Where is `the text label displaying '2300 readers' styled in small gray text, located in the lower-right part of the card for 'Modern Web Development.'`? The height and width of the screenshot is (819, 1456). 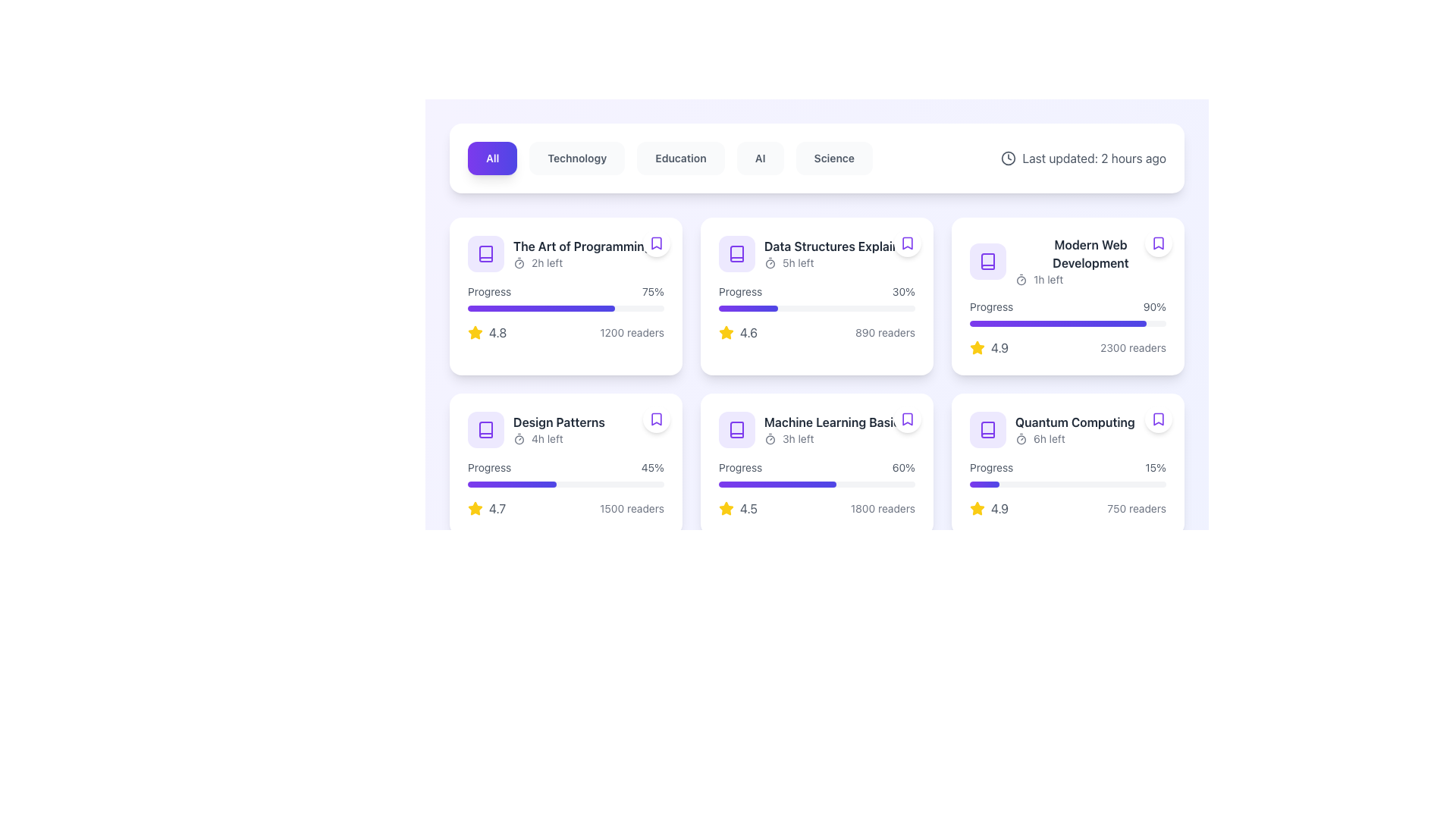
the text label displaying '2300 readers' styled in small gray text, located in the lower-right part of the card for 'Modern Web Development.' is located at coordinates (1133, 348).